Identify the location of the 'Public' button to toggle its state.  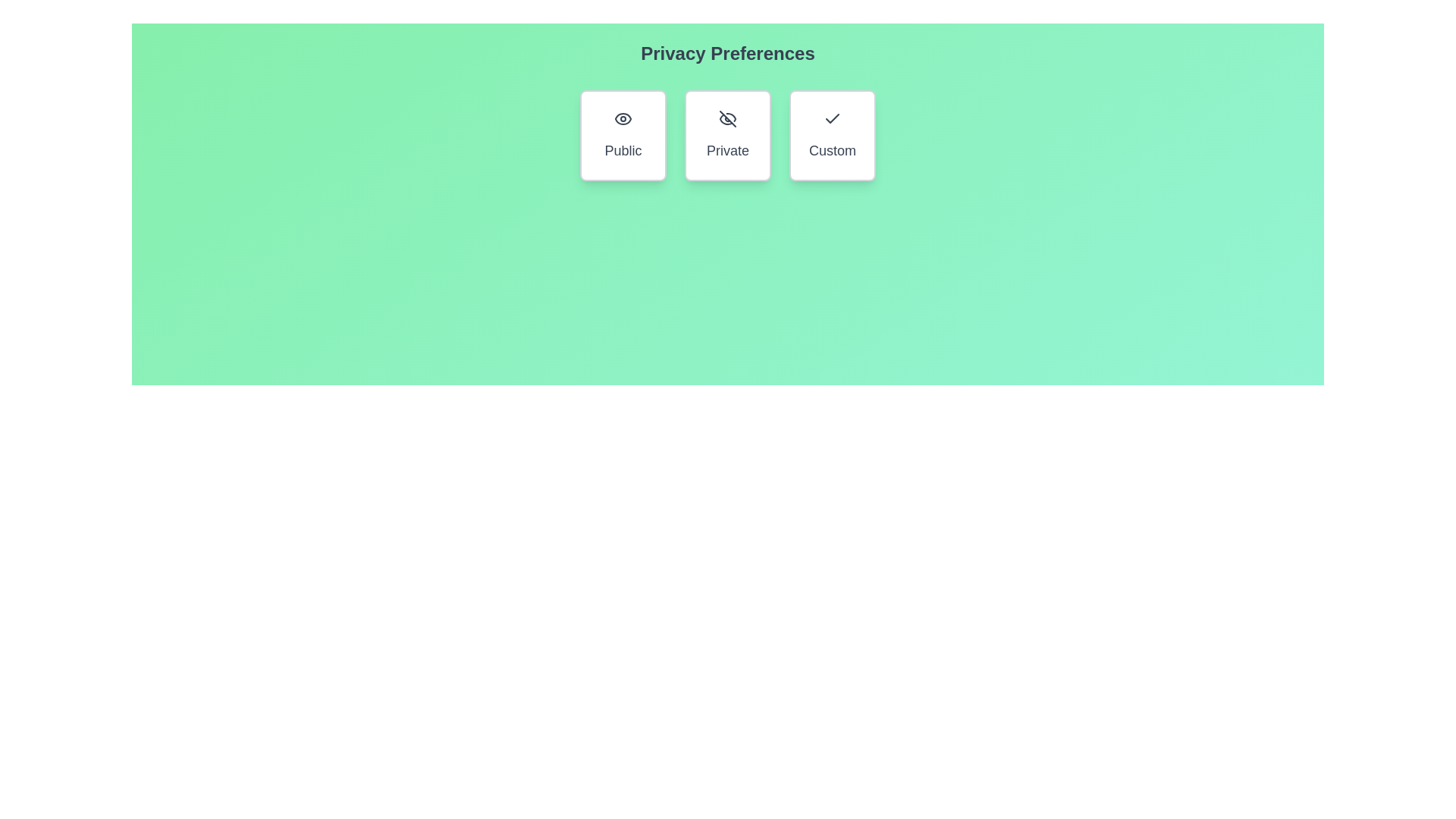
(623, 134).